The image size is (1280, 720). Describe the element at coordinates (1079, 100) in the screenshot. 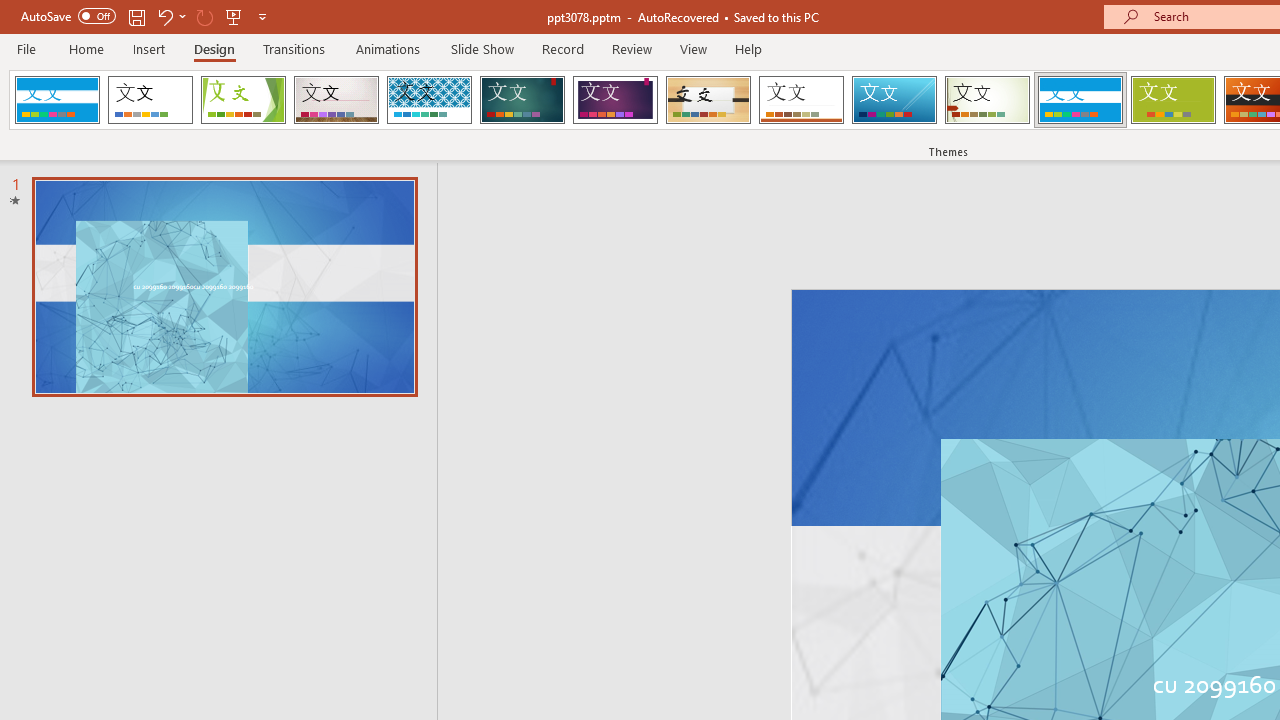

I see `'Banded'` at that location.